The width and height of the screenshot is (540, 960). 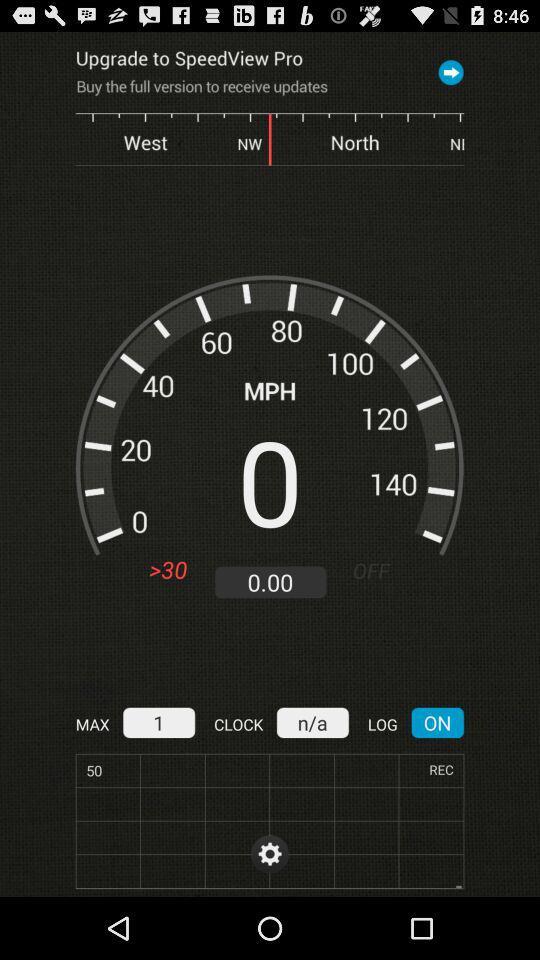 I want to click on item below the n/a, so click(x=270, y=853).